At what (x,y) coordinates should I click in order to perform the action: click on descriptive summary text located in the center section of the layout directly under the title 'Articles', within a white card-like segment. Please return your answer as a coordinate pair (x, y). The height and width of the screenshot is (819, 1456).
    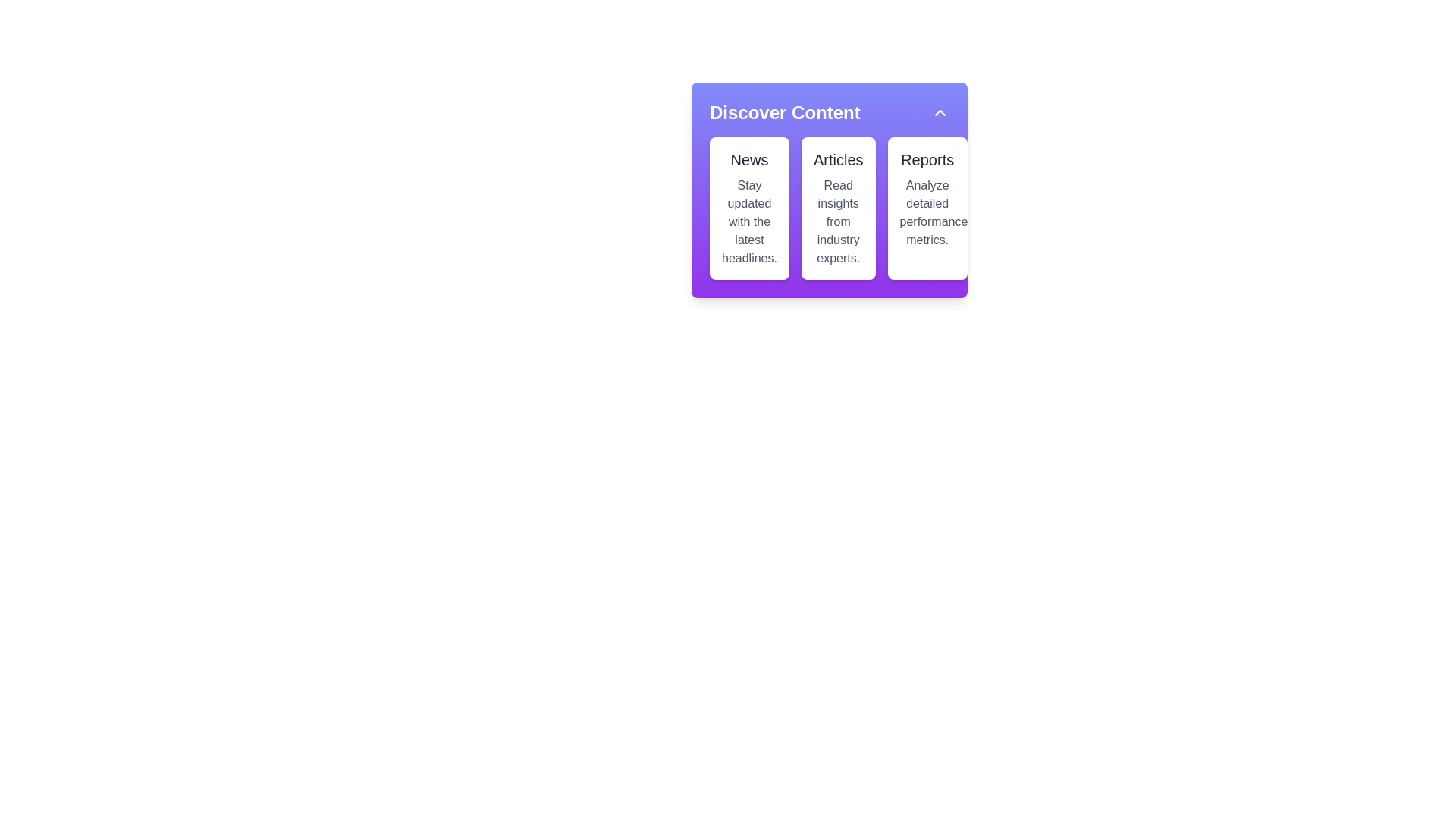
    Looking at the image, I should click on (837, 222).